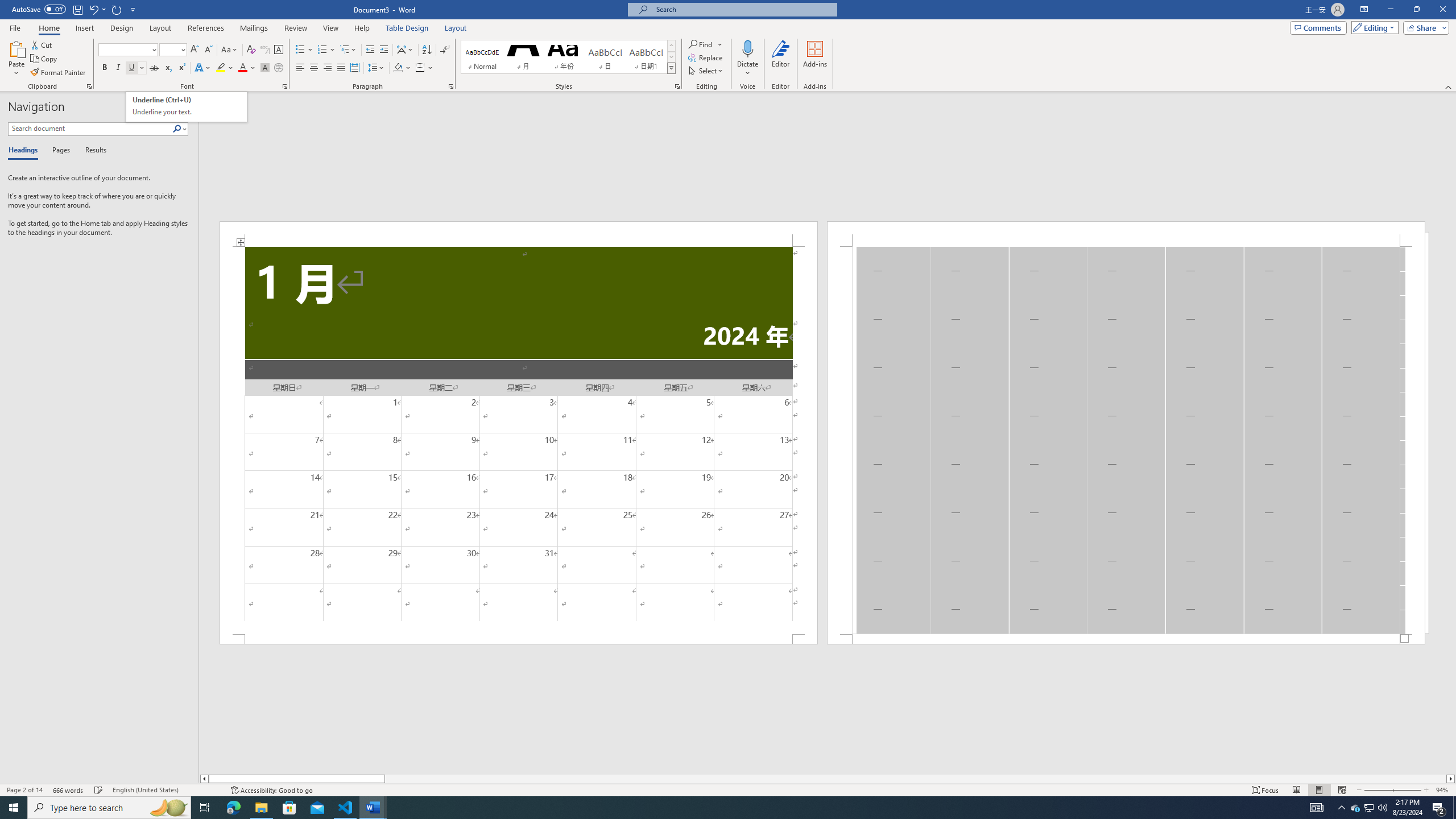  Describe the element at coordinates (264, 67) in the screenshot. I see `'Character Shading'` at that location.